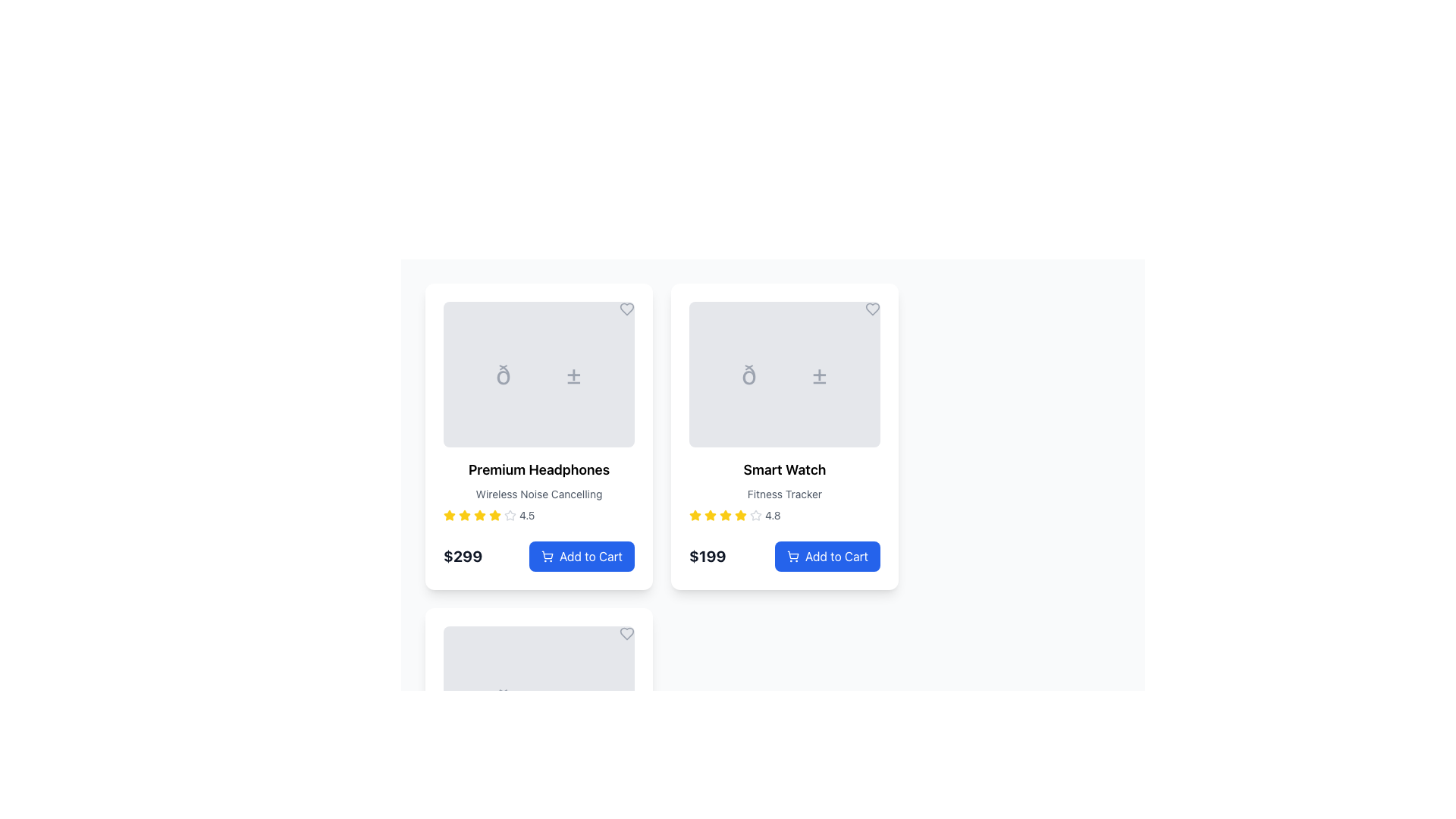 This screenshot has width=1456, height=819. What do you see at coordinates (836, 556) in the screenshot?
I see `the 'Add to Cart' button text label for the 'Smart Watch' product` at bounding box center [836, 556].